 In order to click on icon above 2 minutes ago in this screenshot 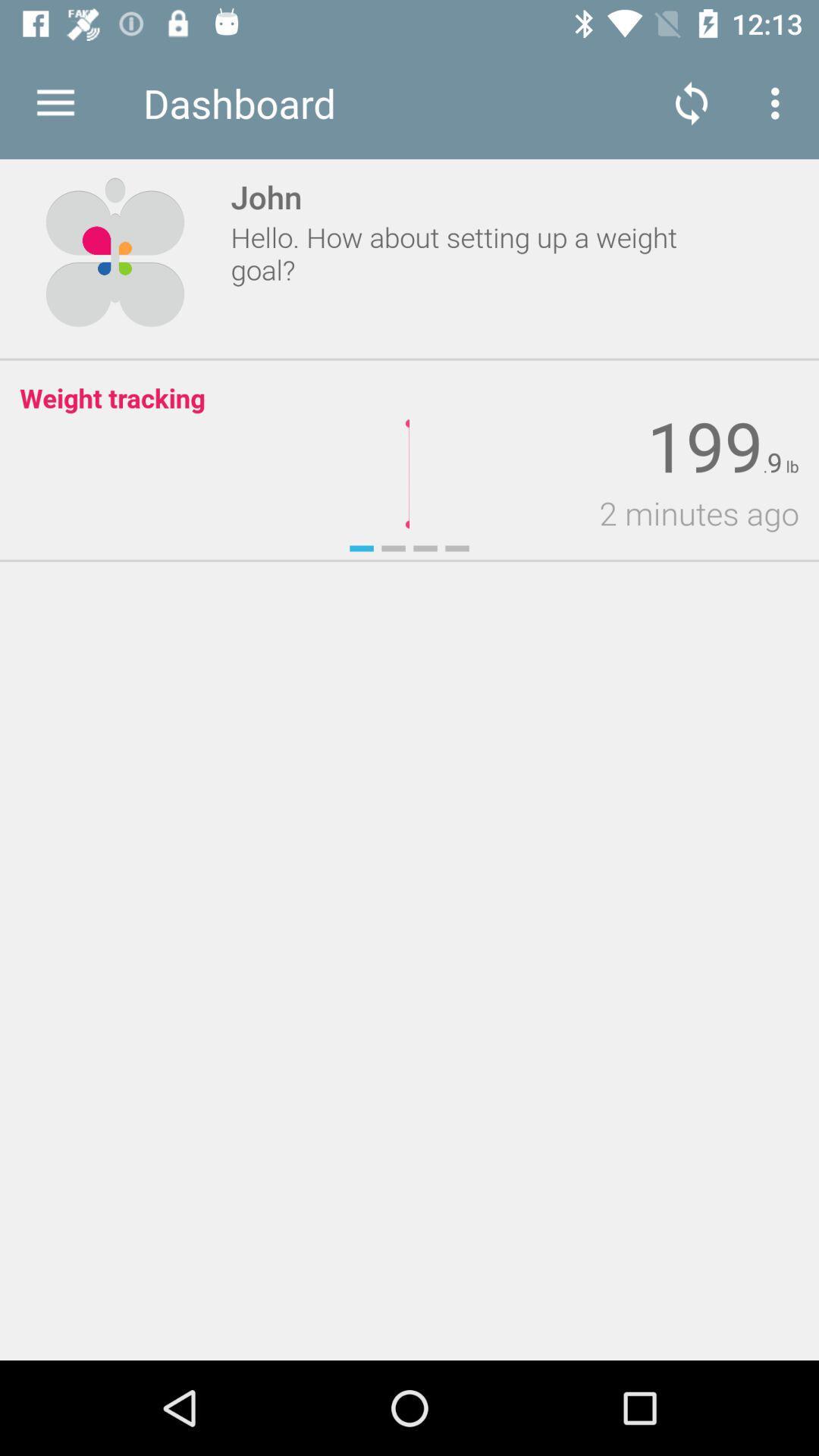, I will do `click(789, 466)`.